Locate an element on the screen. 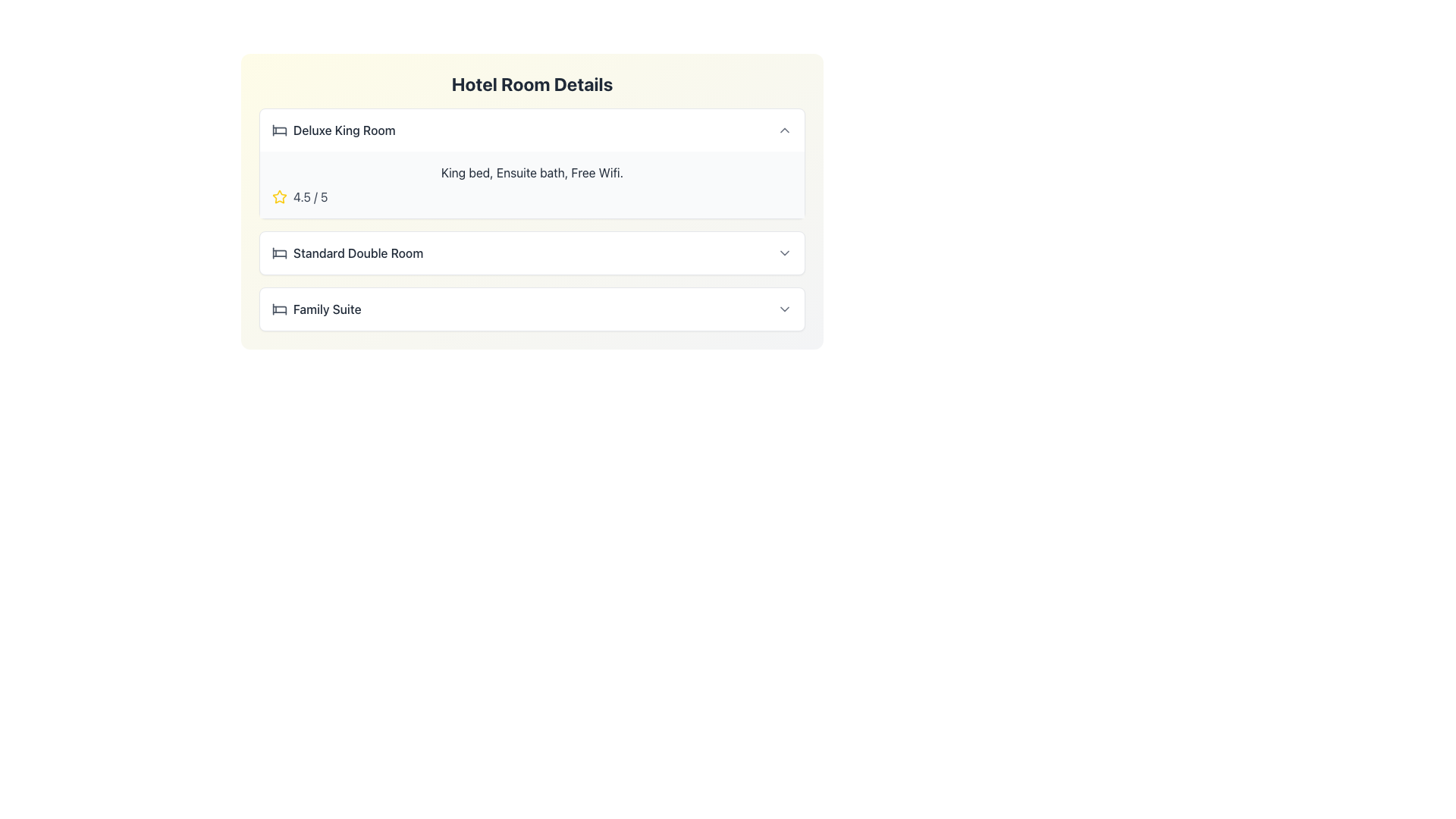 Image resolution: width=1456 pixels, height=819 pixels. the Rating Indicator for the 'Deluxe King Room', which visually represents the user rating and is located below the textual description in the central part of the section is located at coordinates (532, 196).